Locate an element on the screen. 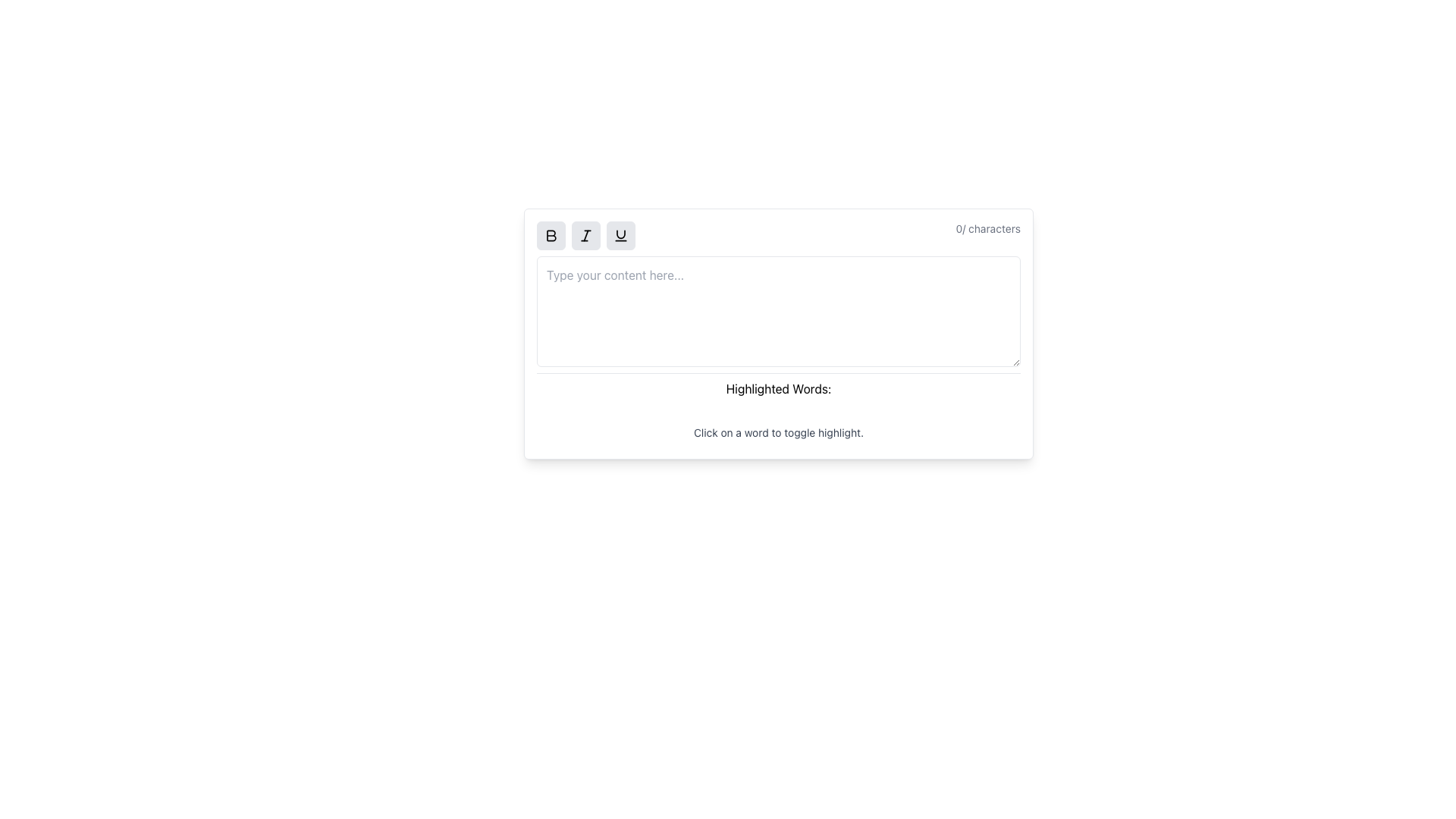 The height and width of the screenshot is (819, 1456). the italic letter 'I' icon in the horizontal toolbar is located at coordinates (585, 236).